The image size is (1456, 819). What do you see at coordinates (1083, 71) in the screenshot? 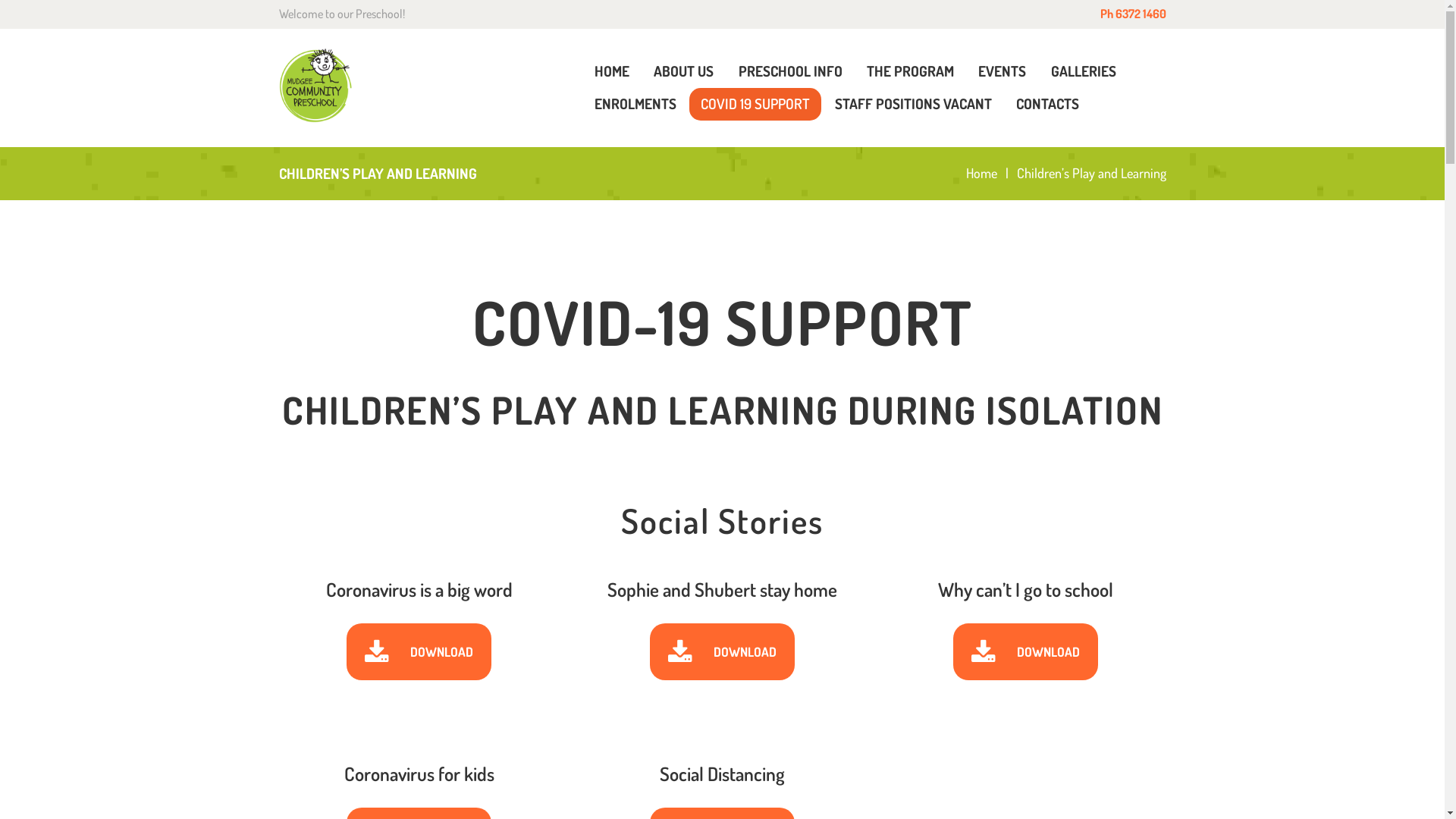
I see `'GALLERIES'` at bounding box center [1083, 71].